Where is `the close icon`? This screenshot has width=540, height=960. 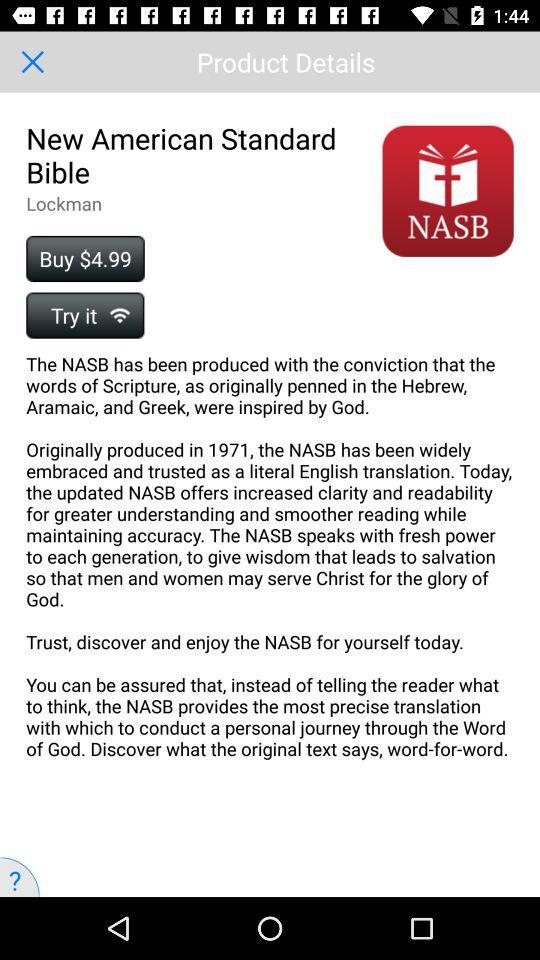
the close icon is located at coordinates (31, 62).